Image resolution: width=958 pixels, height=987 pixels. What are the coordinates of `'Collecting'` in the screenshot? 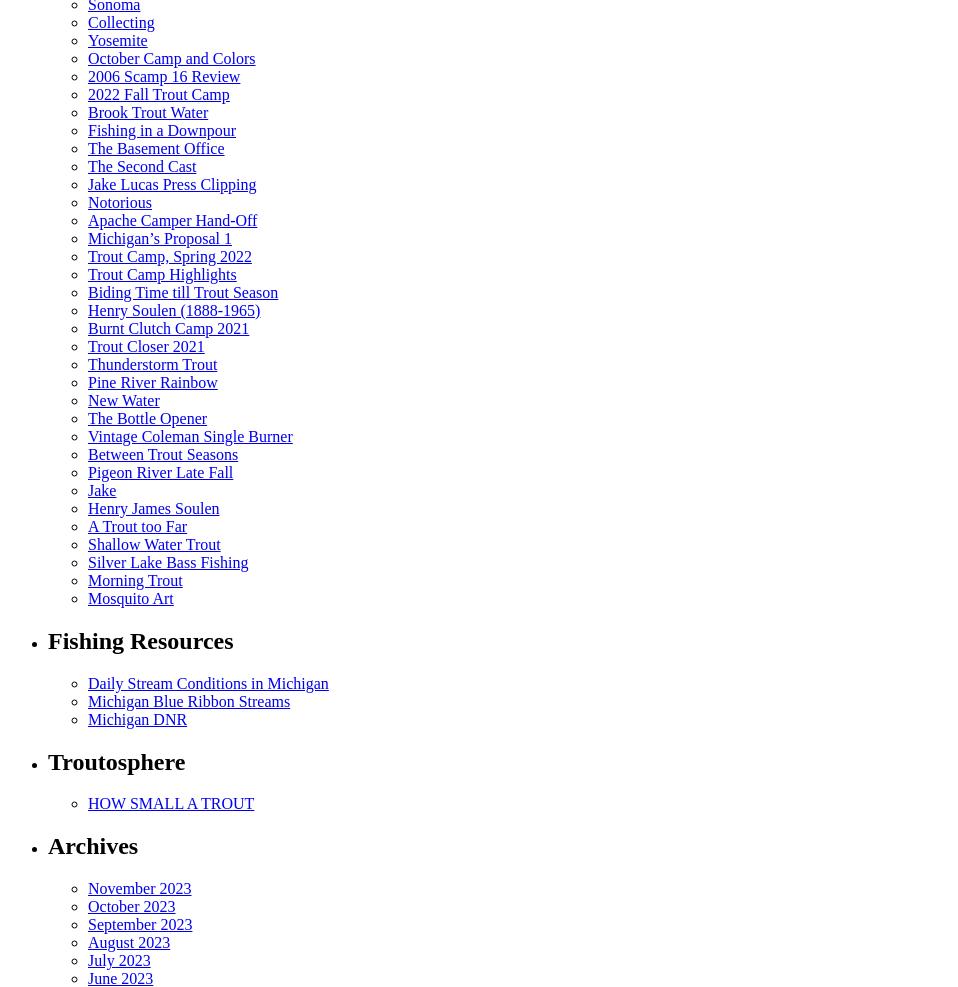 It's located at (120, 20).